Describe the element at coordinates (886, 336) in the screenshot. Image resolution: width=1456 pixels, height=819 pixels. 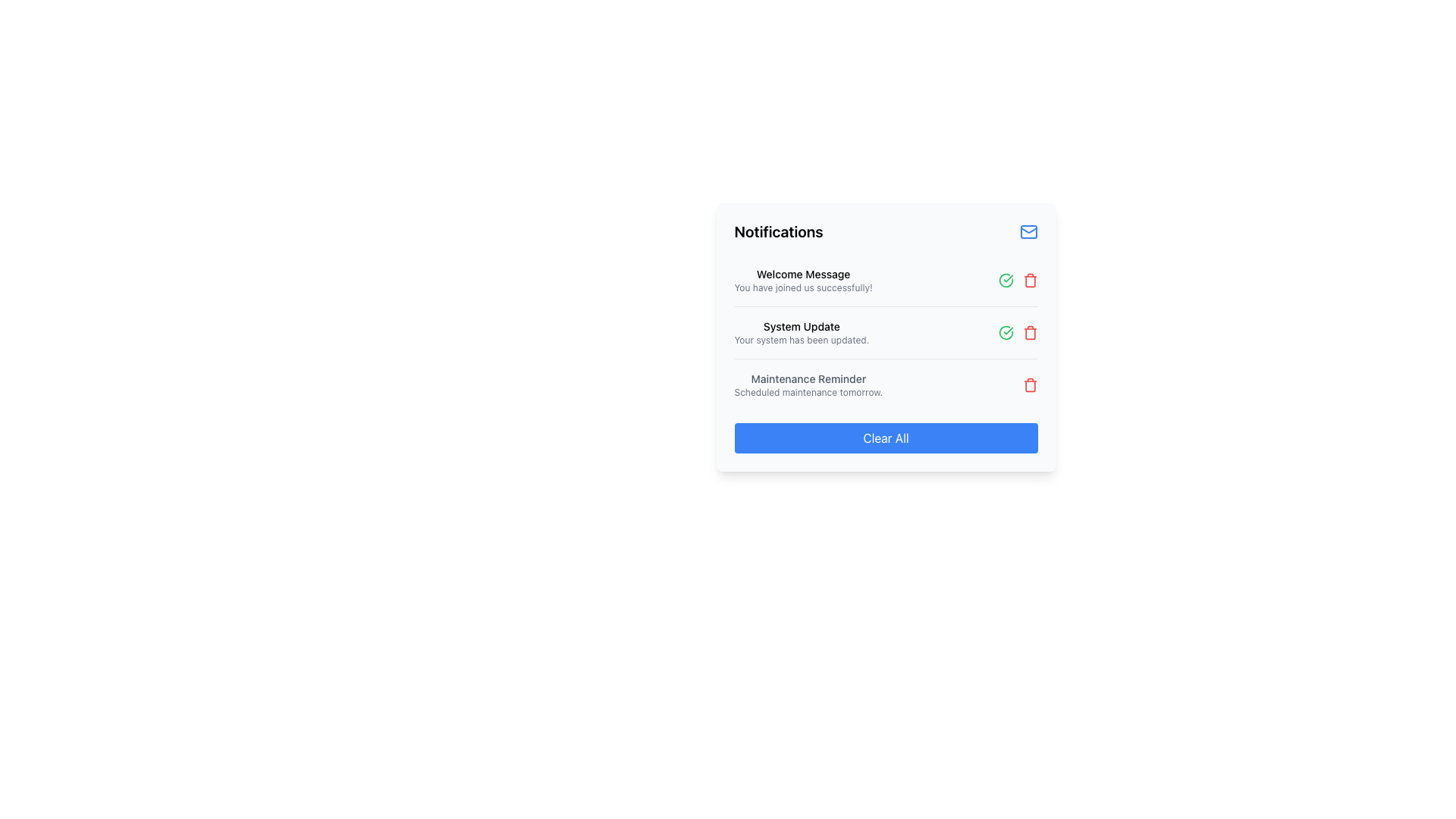
I see `the action buttons associated with the second notification row in the Notification Card Section, which displays details about the 'System Update'` at that location.